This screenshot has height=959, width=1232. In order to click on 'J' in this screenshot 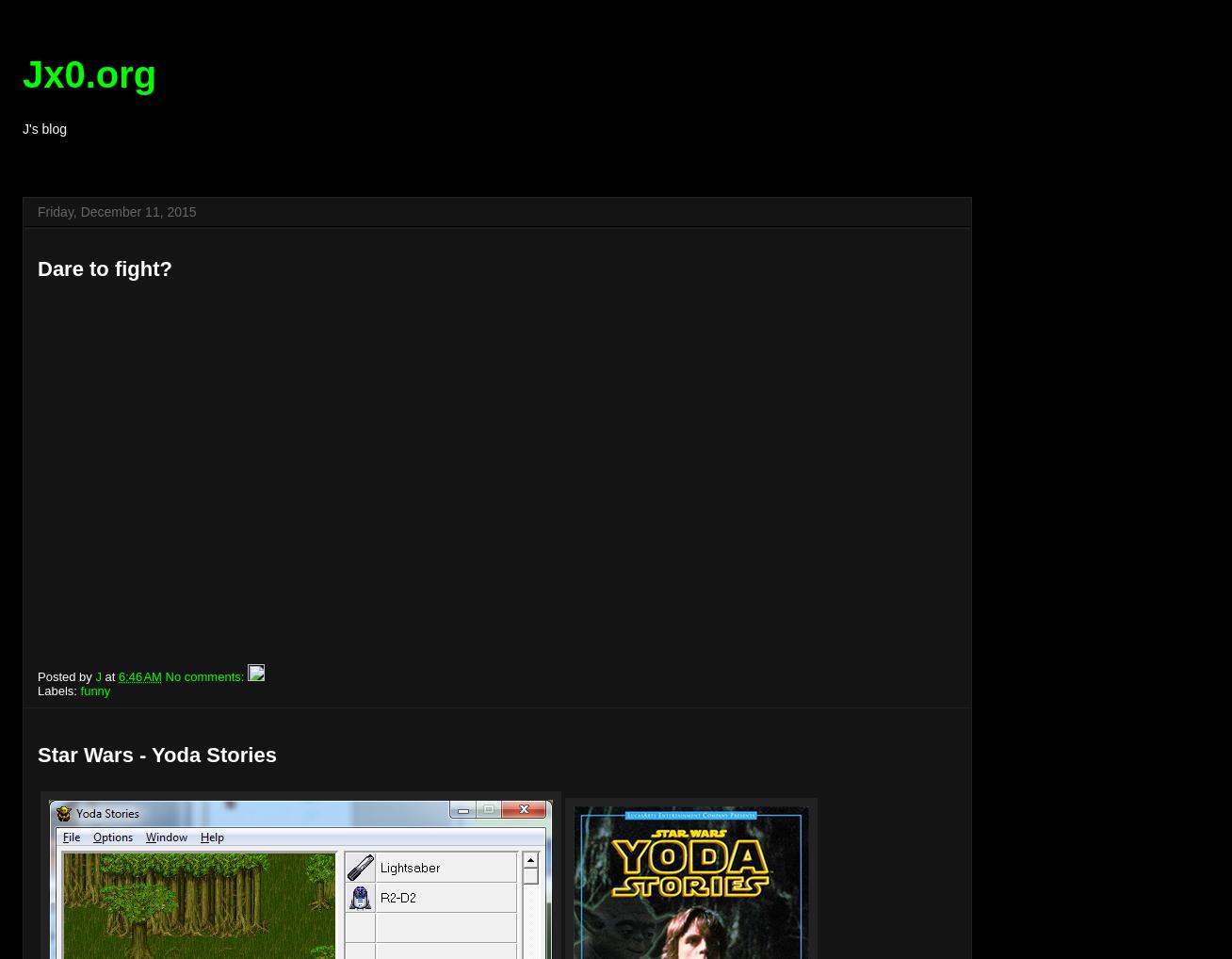, I will do `click(96, 675)`.